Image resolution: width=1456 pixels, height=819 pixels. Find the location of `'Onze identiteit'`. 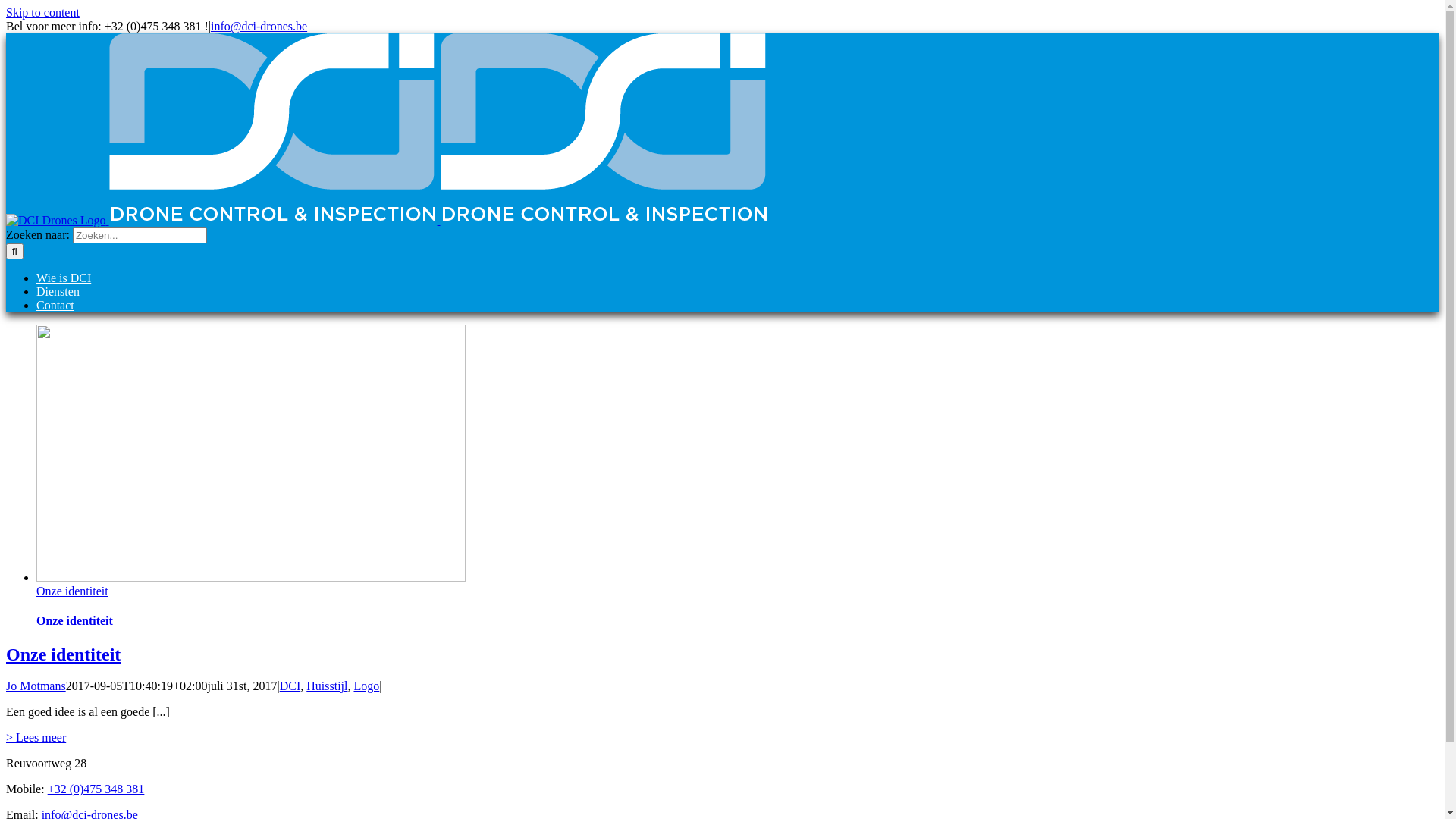

'Onze identiteit' is located at coordinates (74, 620).